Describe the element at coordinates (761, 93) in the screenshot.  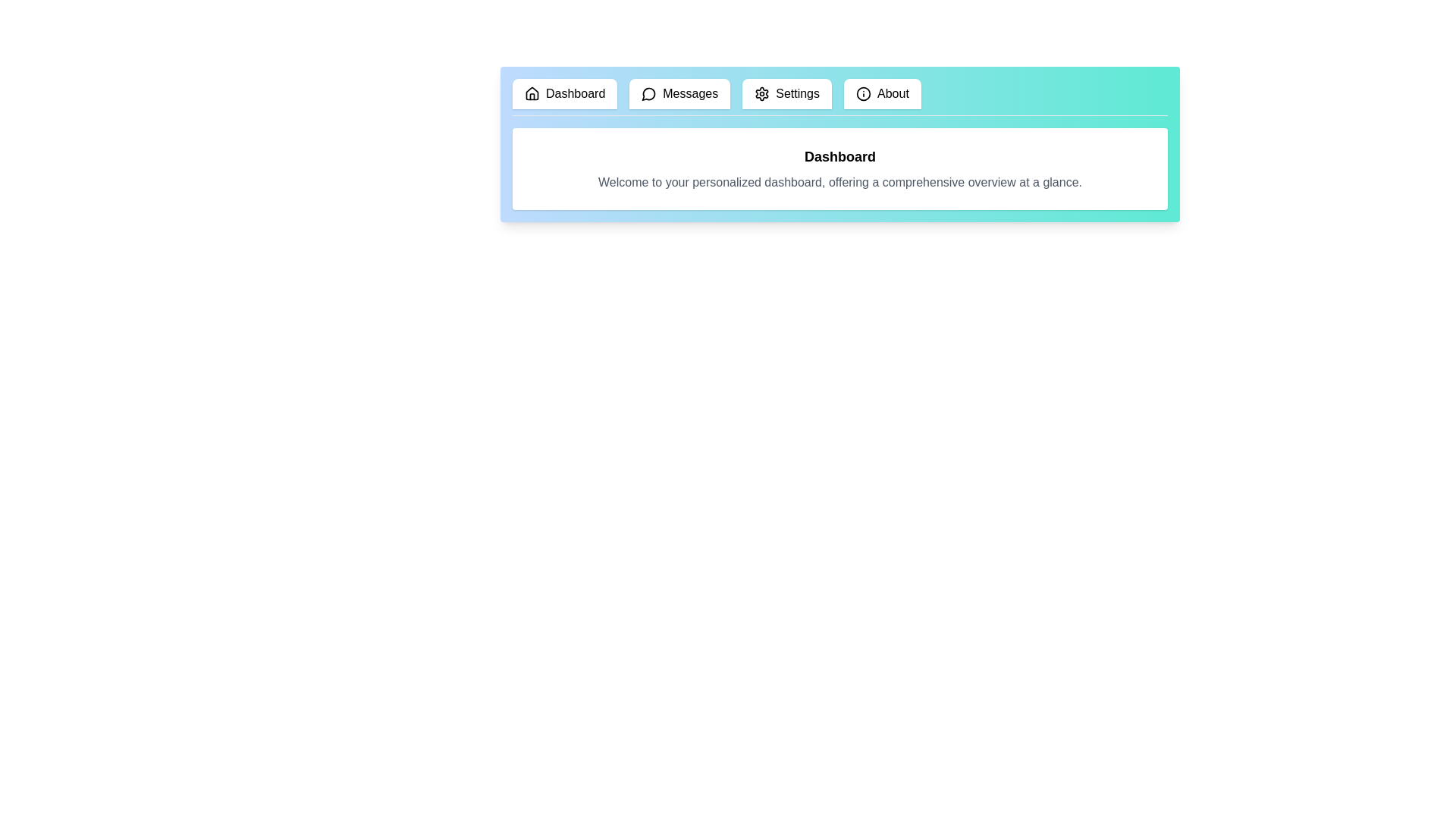
I see `the icon of the tab labeled Settings` at that location.